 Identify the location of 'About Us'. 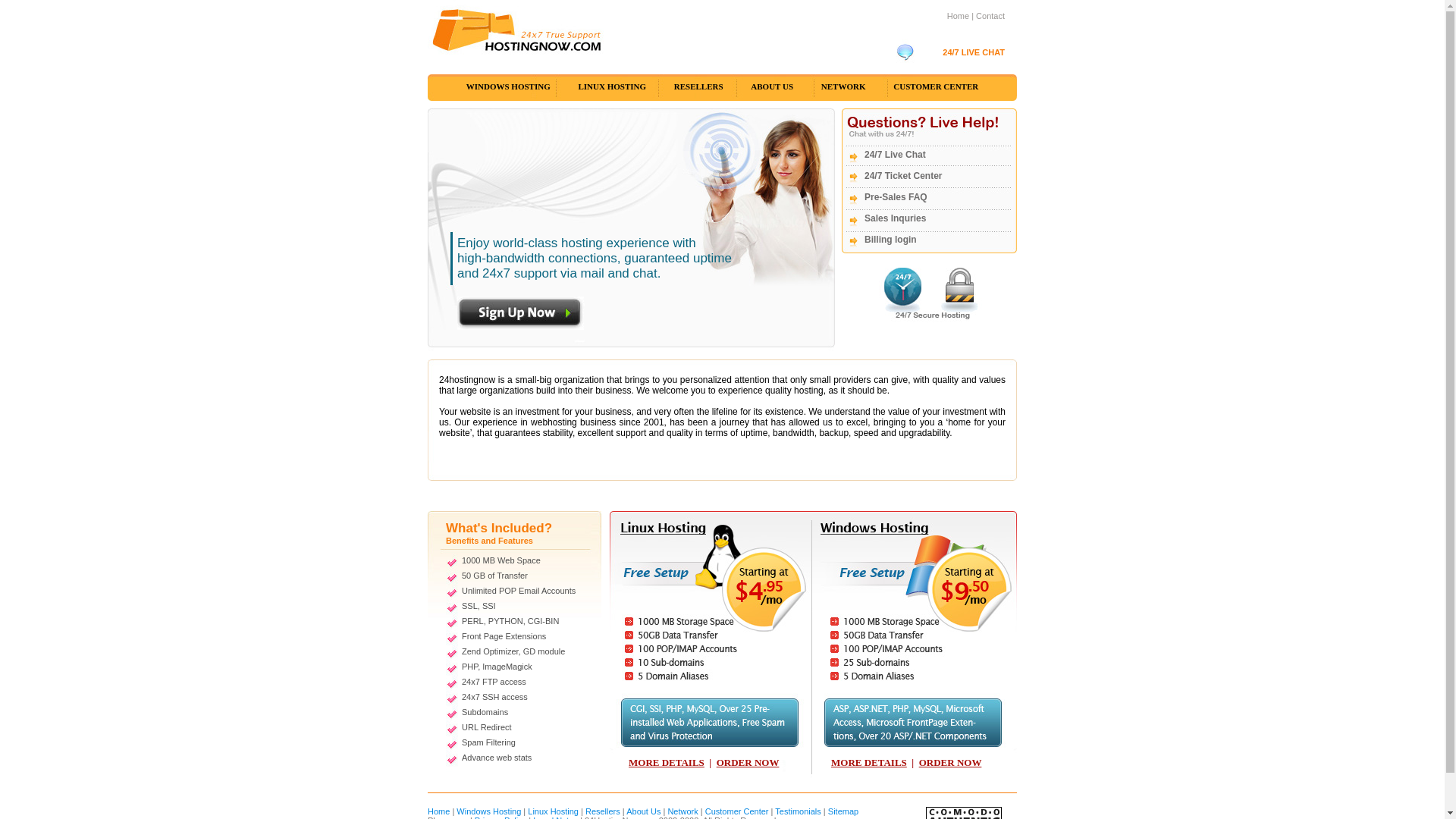
(643, 810).